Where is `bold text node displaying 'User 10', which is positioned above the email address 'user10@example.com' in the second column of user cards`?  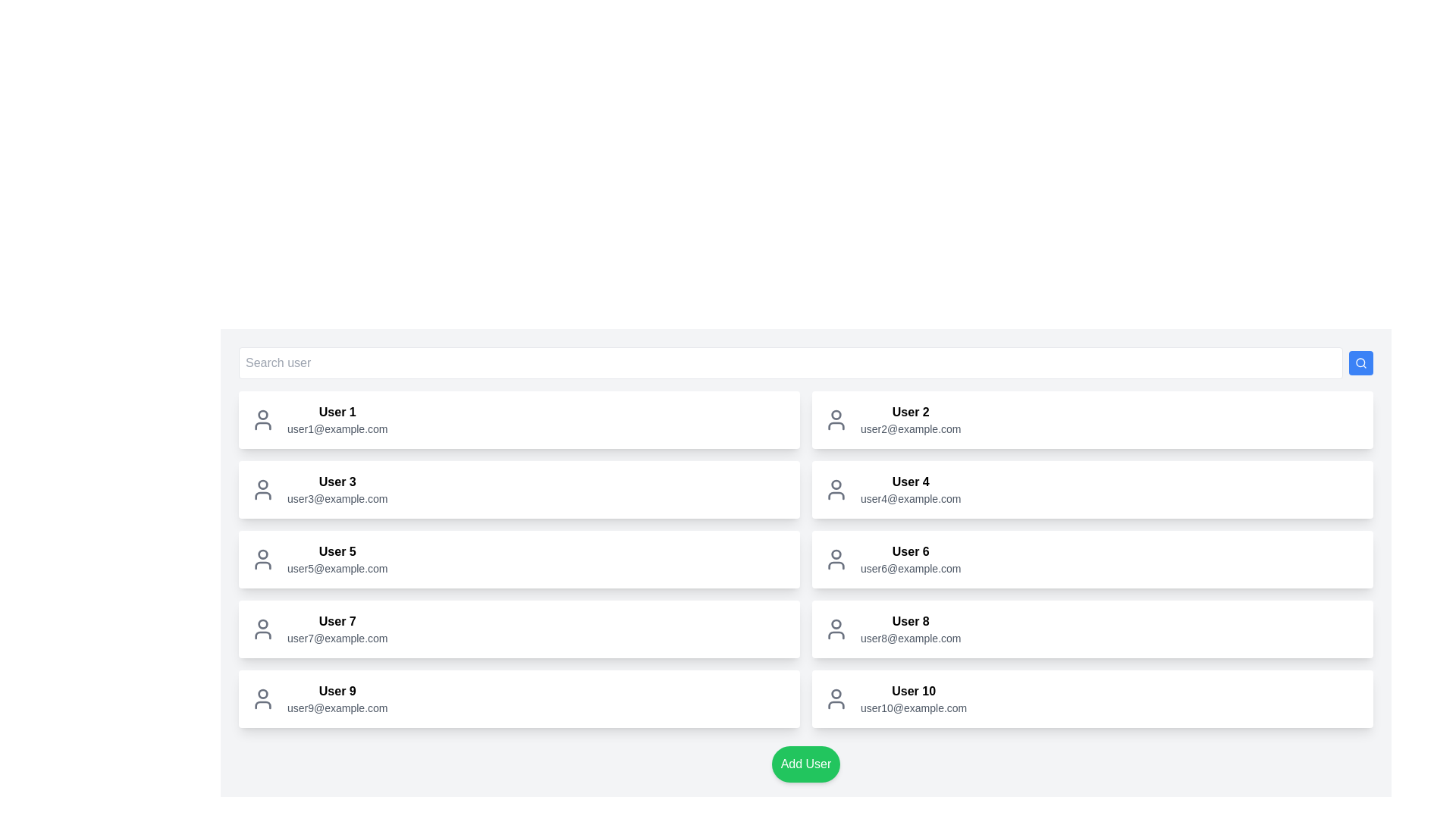
bold text node displaying 'User 10', which is positioned above the email address 'user10@example.com' in the second column of user cards is located at coordinates (913, 691).